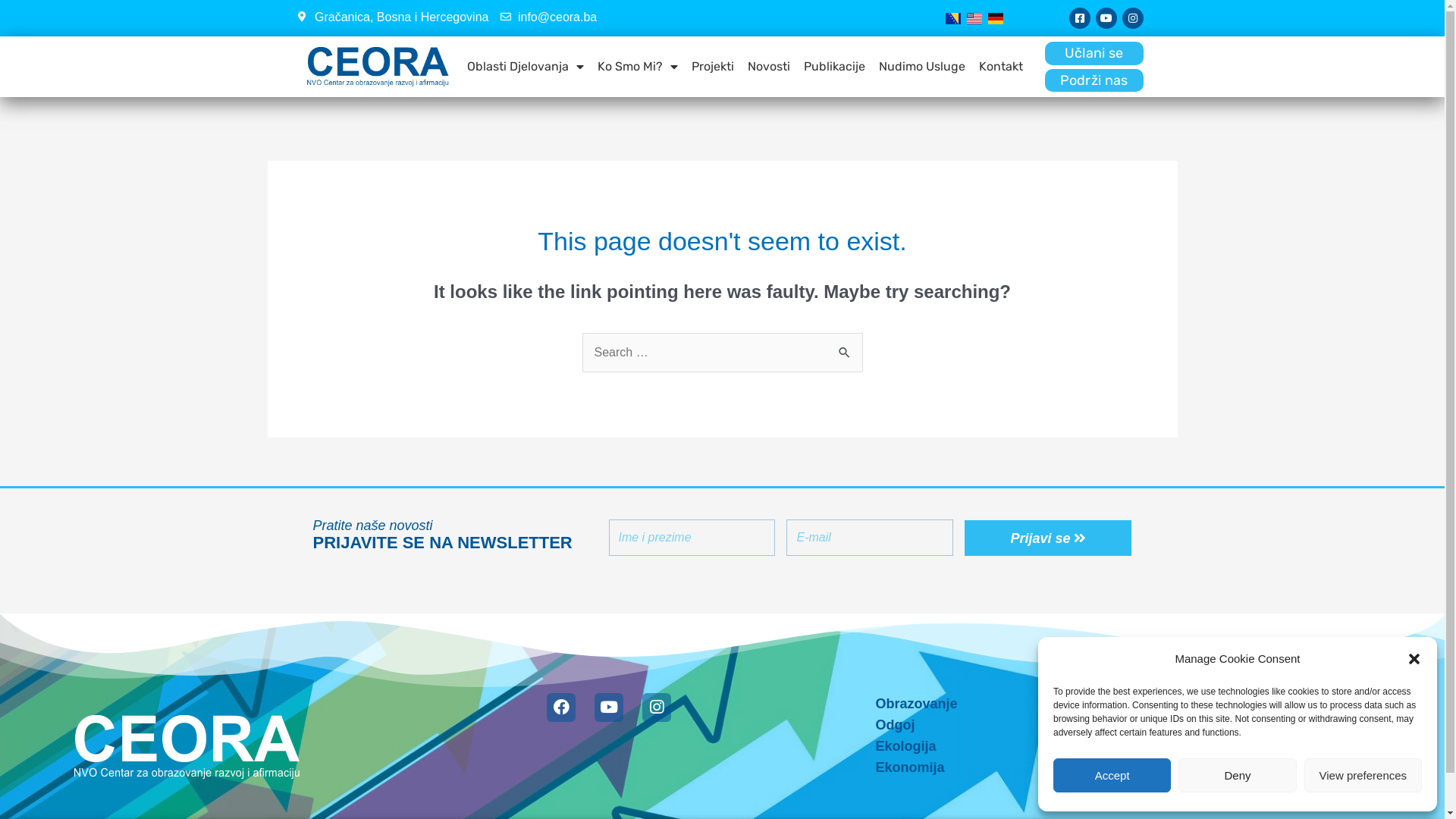  Describe the element at coordinates (844, 348) in the screenshot. I see `'Search'` at that location.